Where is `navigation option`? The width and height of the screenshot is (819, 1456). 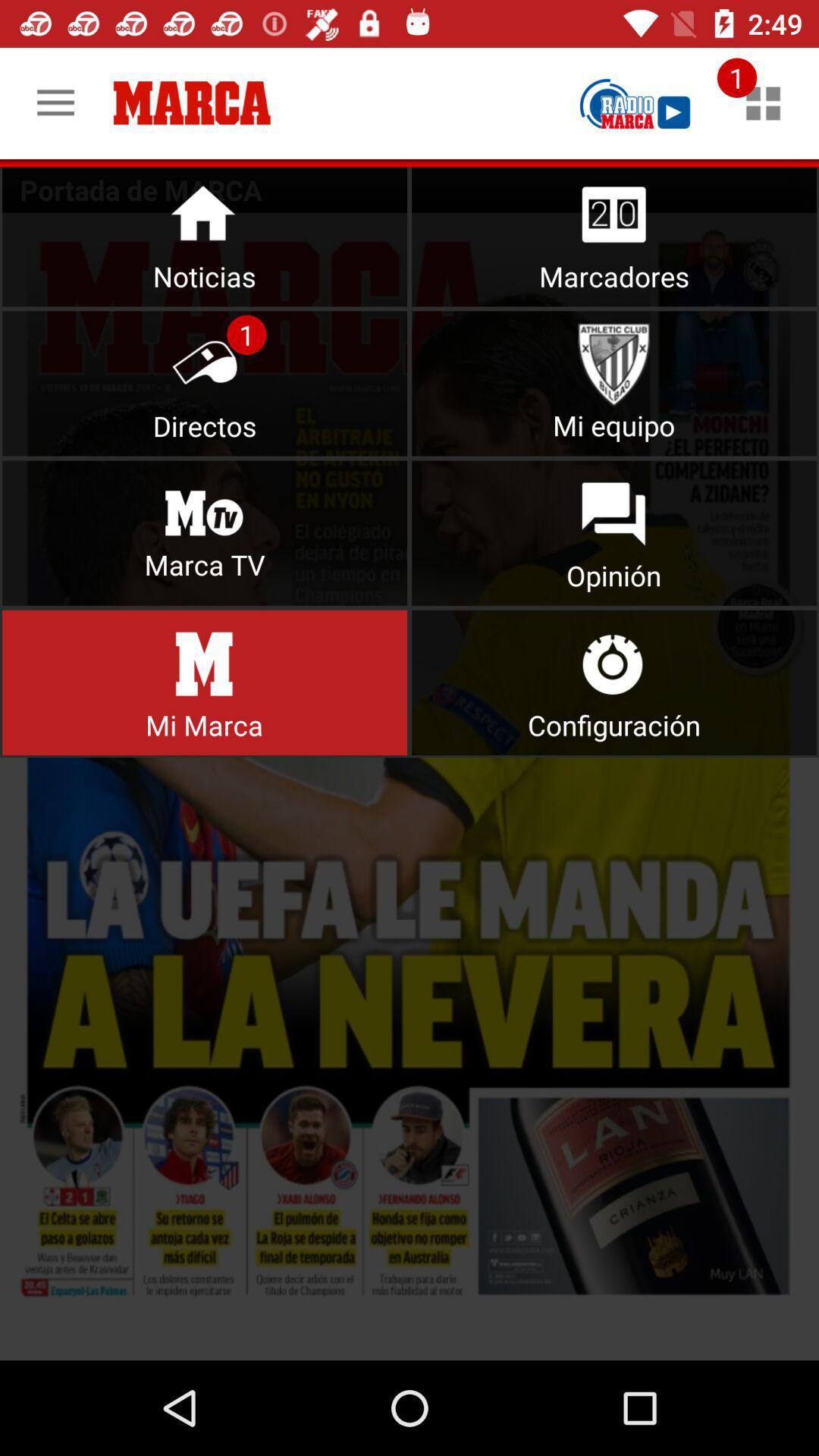
navigation option is located at coordinates (763, 102).